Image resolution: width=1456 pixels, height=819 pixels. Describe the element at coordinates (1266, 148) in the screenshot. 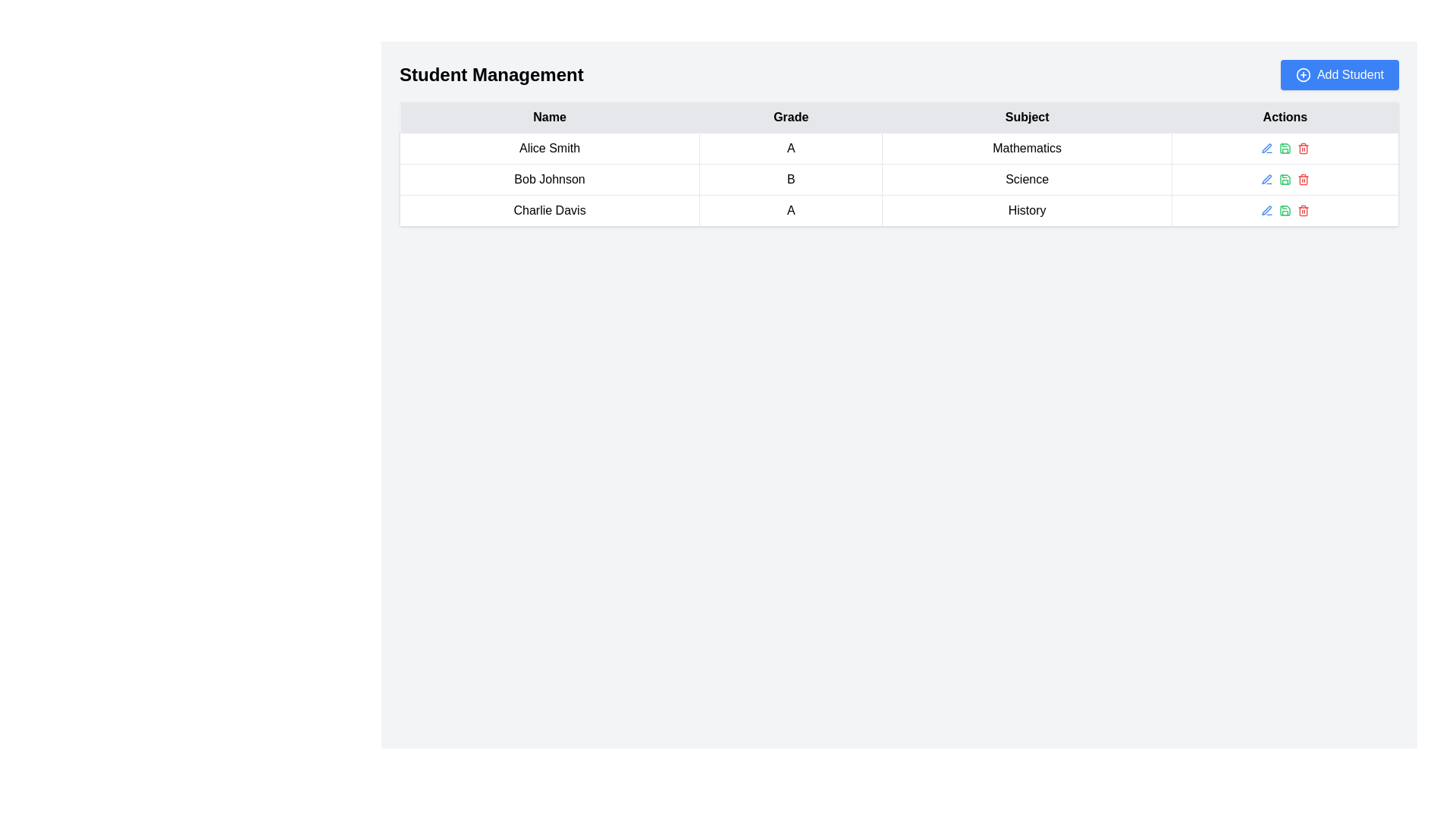

I see `the editing icon located in the 'Actions' column of the table, specifically aligned with the 'Science' entry in the second row` at that location.